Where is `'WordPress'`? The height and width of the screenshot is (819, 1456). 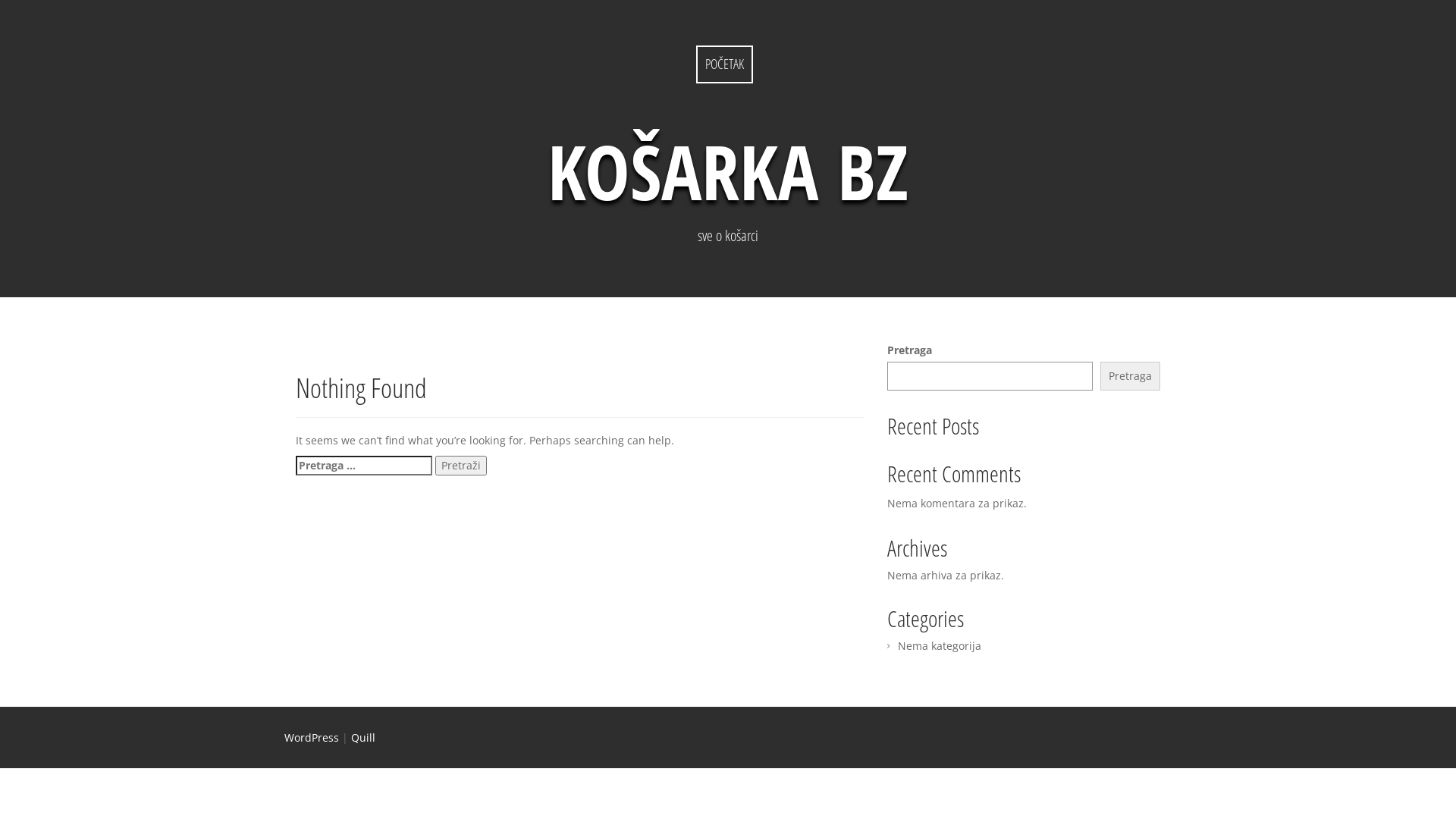 'WordPress' is located at coordinates (311, 736).